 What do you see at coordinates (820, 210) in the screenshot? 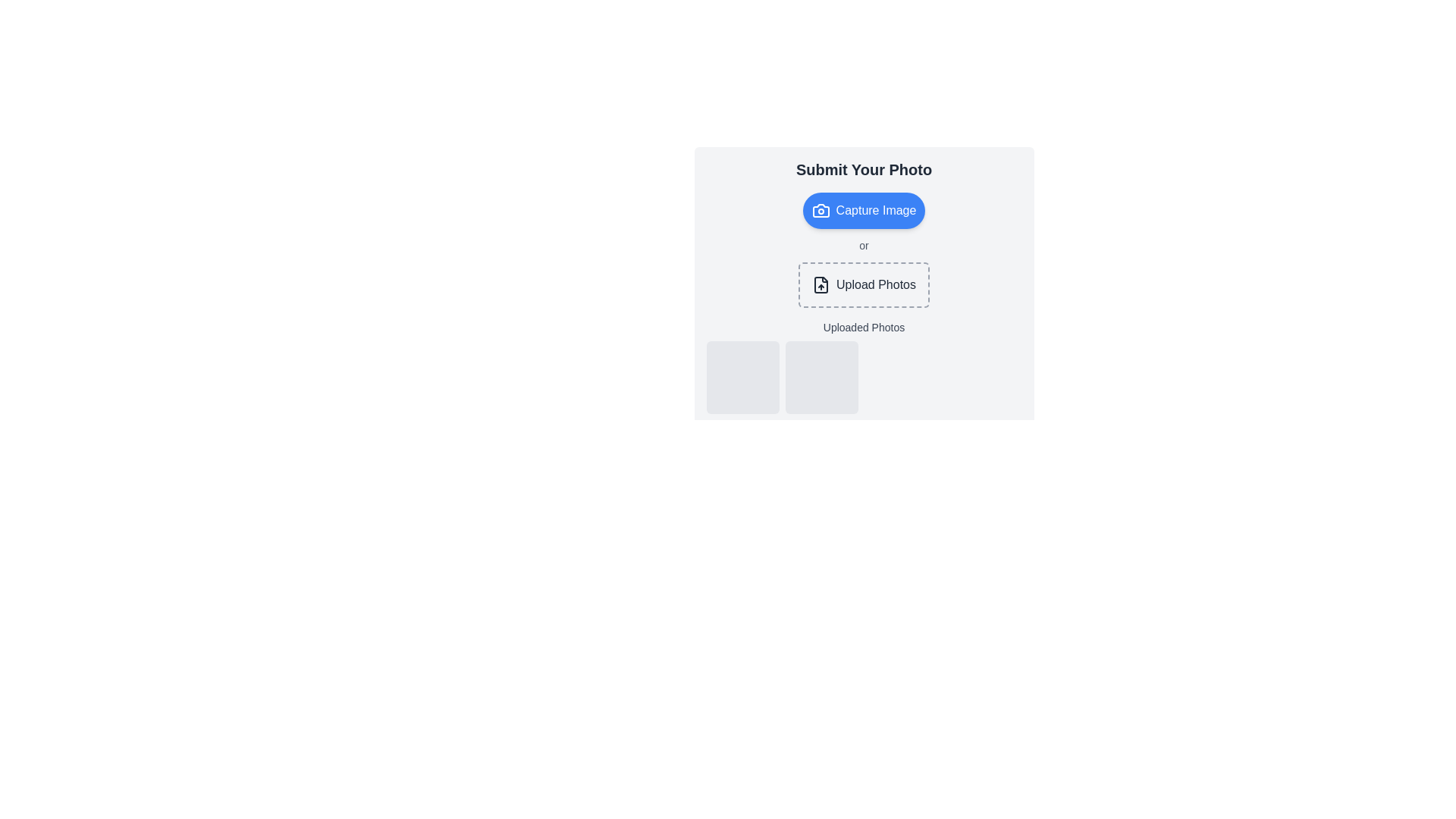
I see `the SVG camera icon located on the left side of the text 'Capture Image' within the blue 'Capture Image' button` at bounding box center [820, 210].